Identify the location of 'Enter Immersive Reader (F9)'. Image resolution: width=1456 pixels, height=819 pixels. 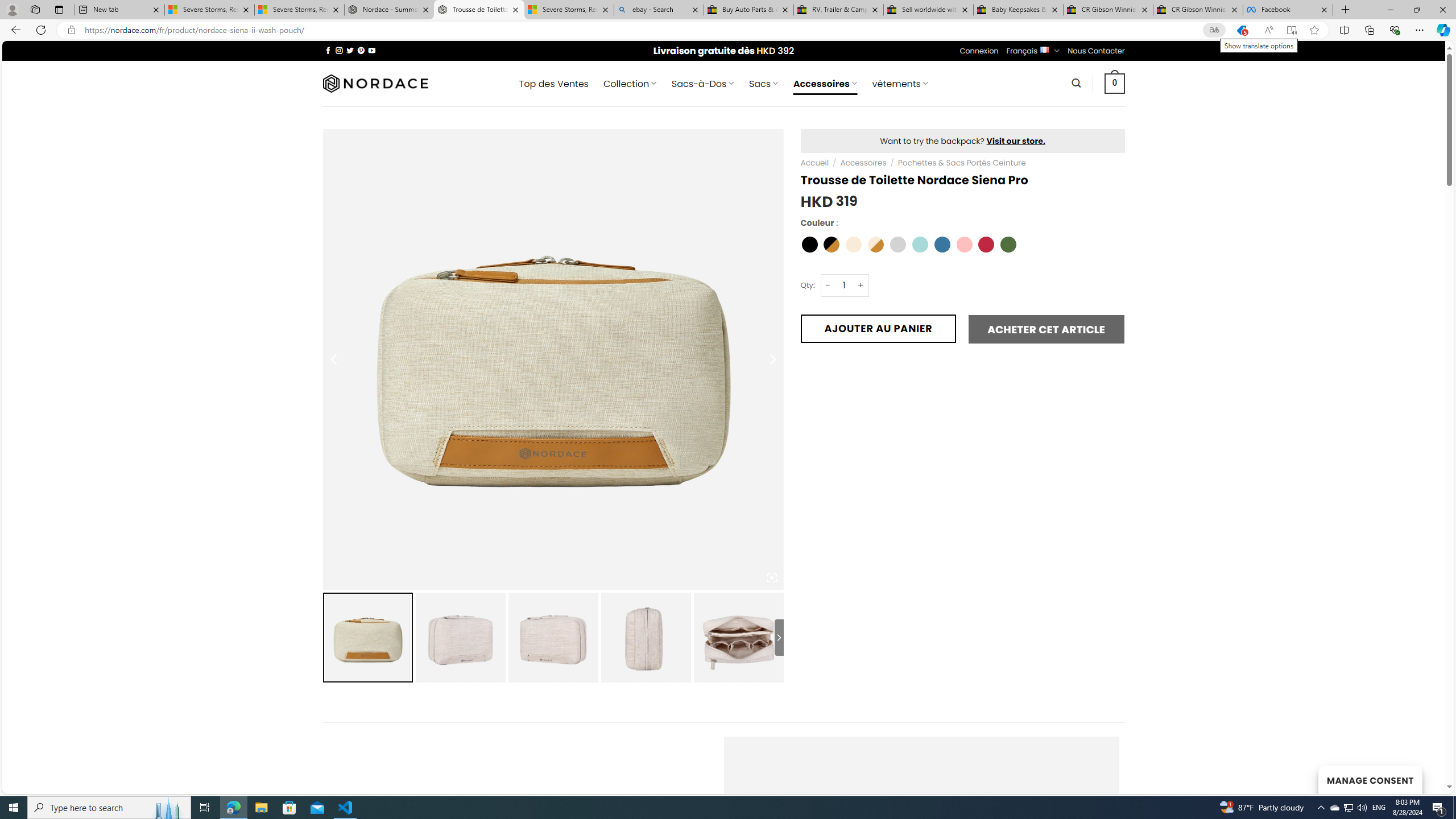
(1291, 30).